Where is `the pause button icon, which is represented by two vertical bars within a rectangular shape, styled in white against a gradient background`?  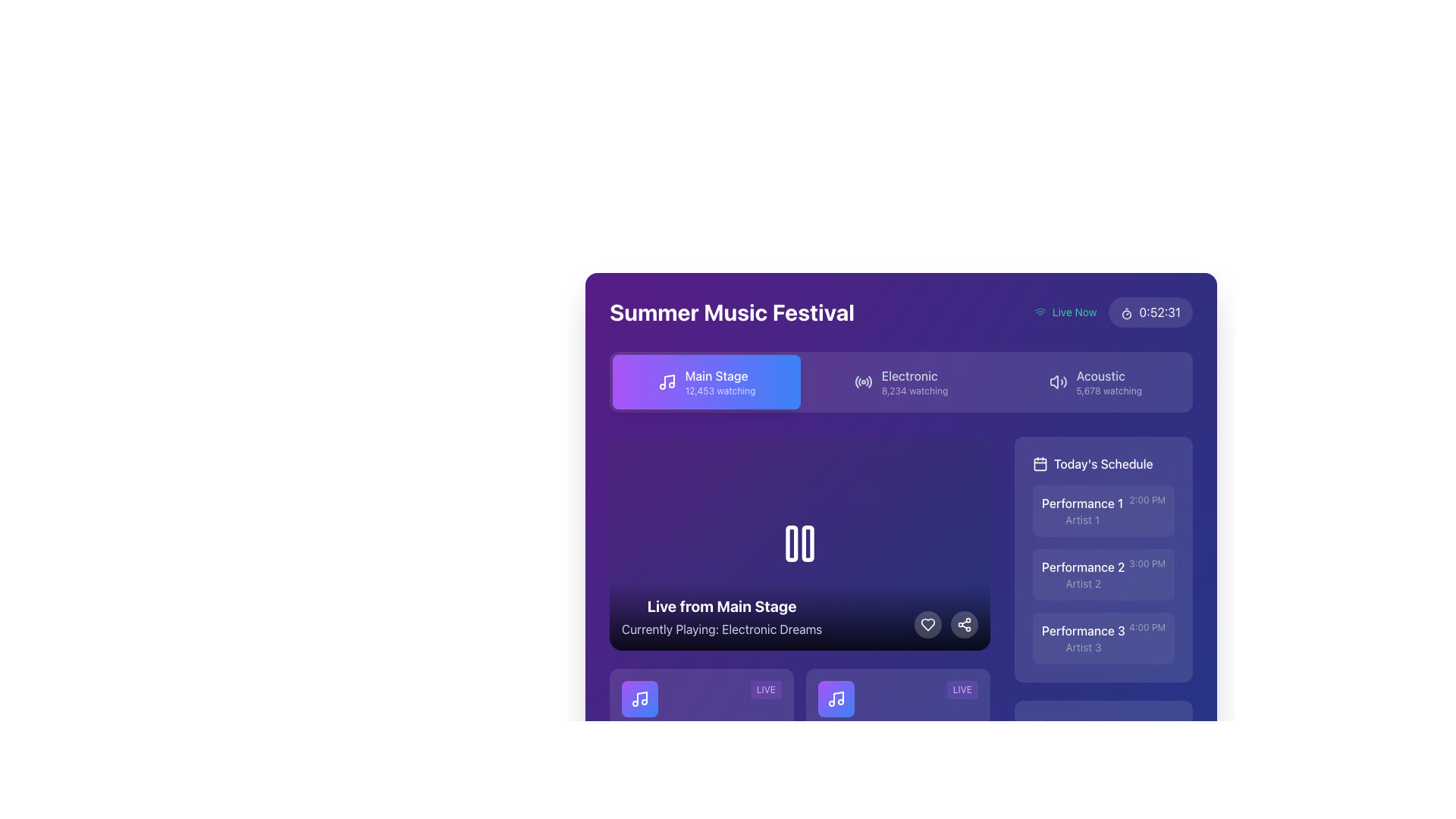
the pause button icon, which is represented by two vertical bars within a rectangular shape, styled in white against a gradient background is located at coordinates (799, 543).